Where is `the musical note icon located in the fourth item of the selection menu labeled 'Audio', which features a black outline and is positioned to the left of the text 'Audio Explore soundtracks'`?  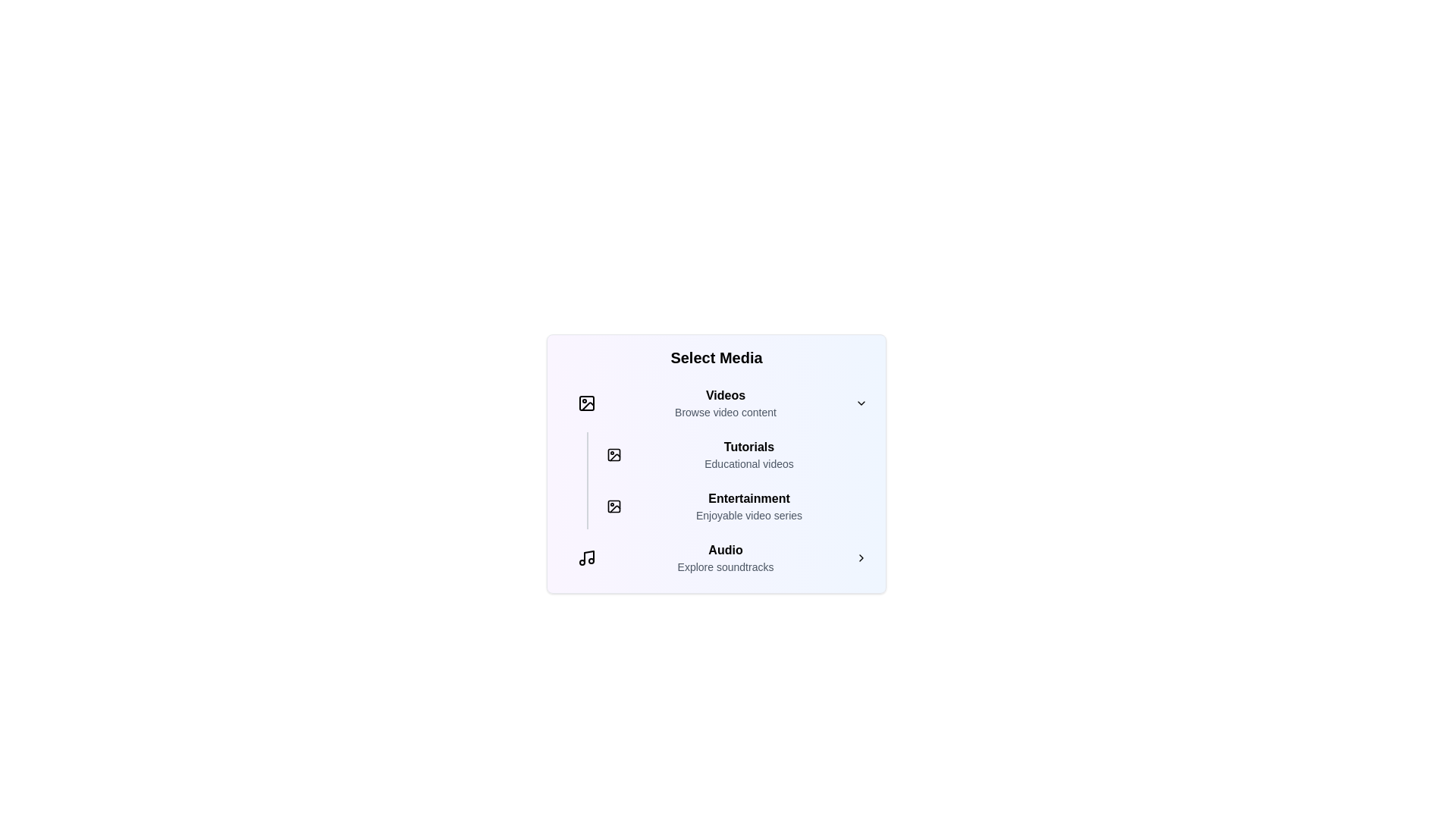
the musical note icon located in the fourth item of the selection menu labeled 'Audio', which features a black outline and is positioned to the left of the text 'Audio Explore soundtracks' is located at coordinates (585, 558).